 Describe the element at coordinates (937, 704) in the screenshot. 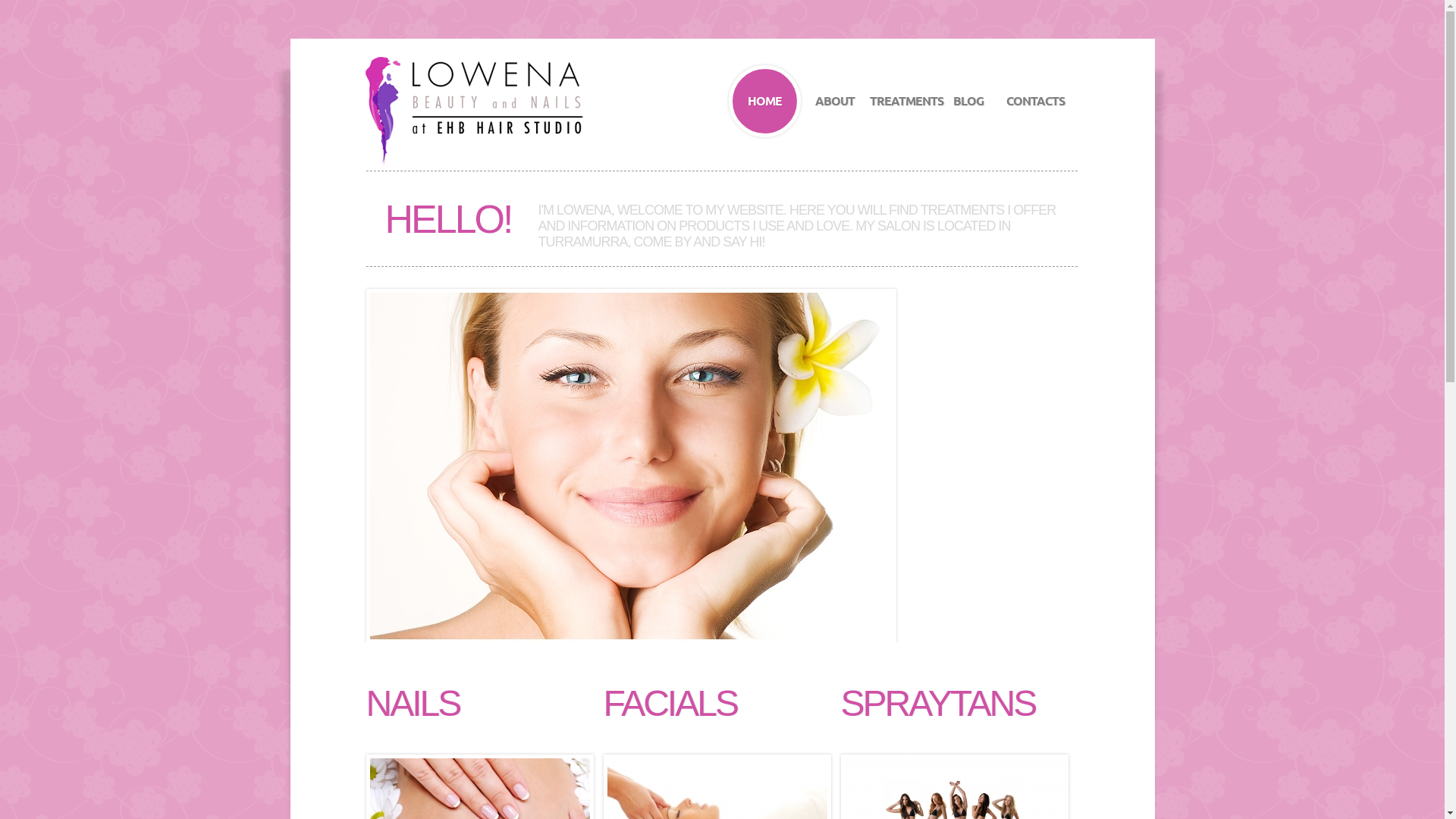

I see `'SPRAYTANS'` at that location.